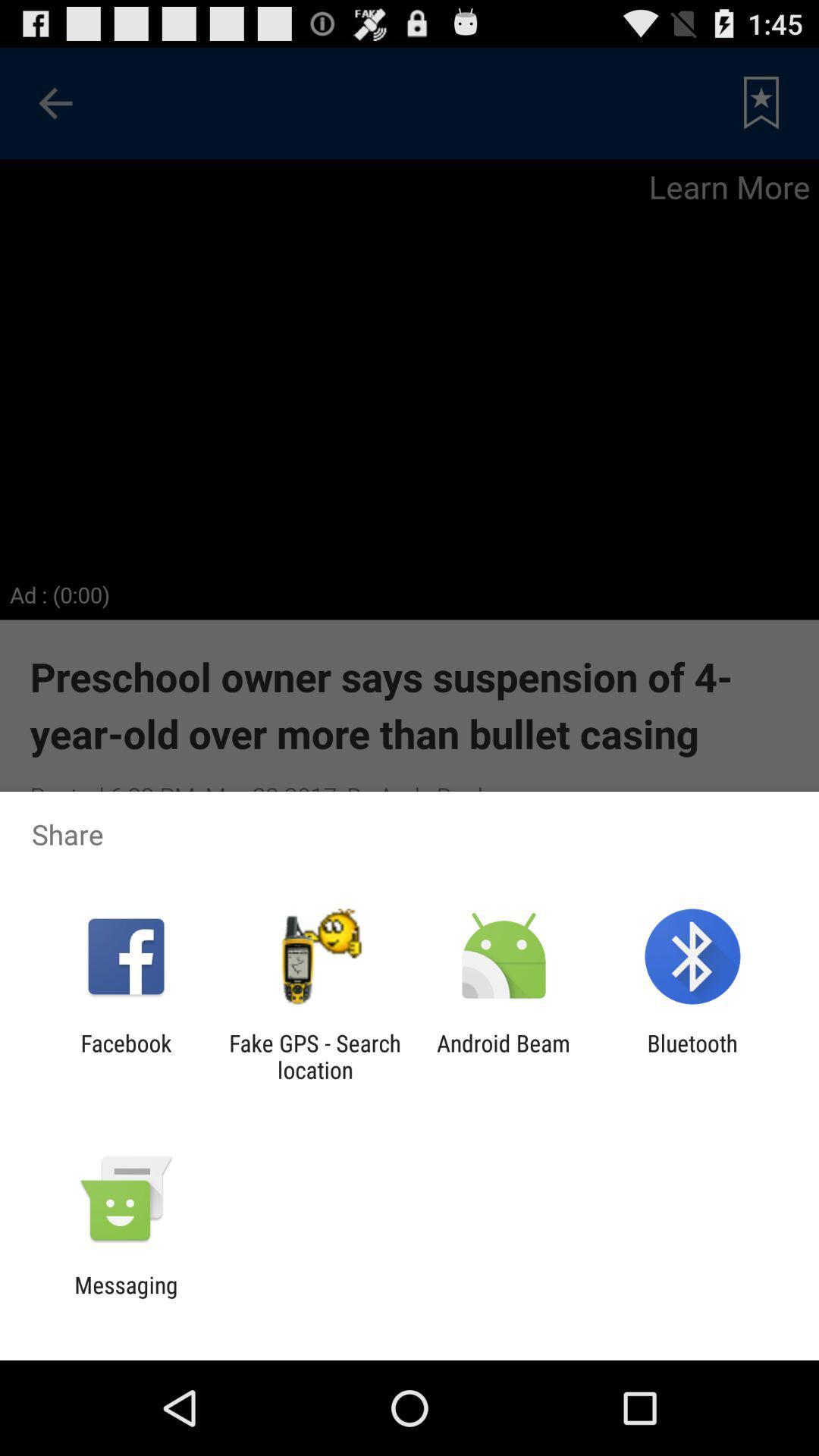 This screenshot has height=1456, width=819. I want to click on facebook icon, so click(125, 1056).